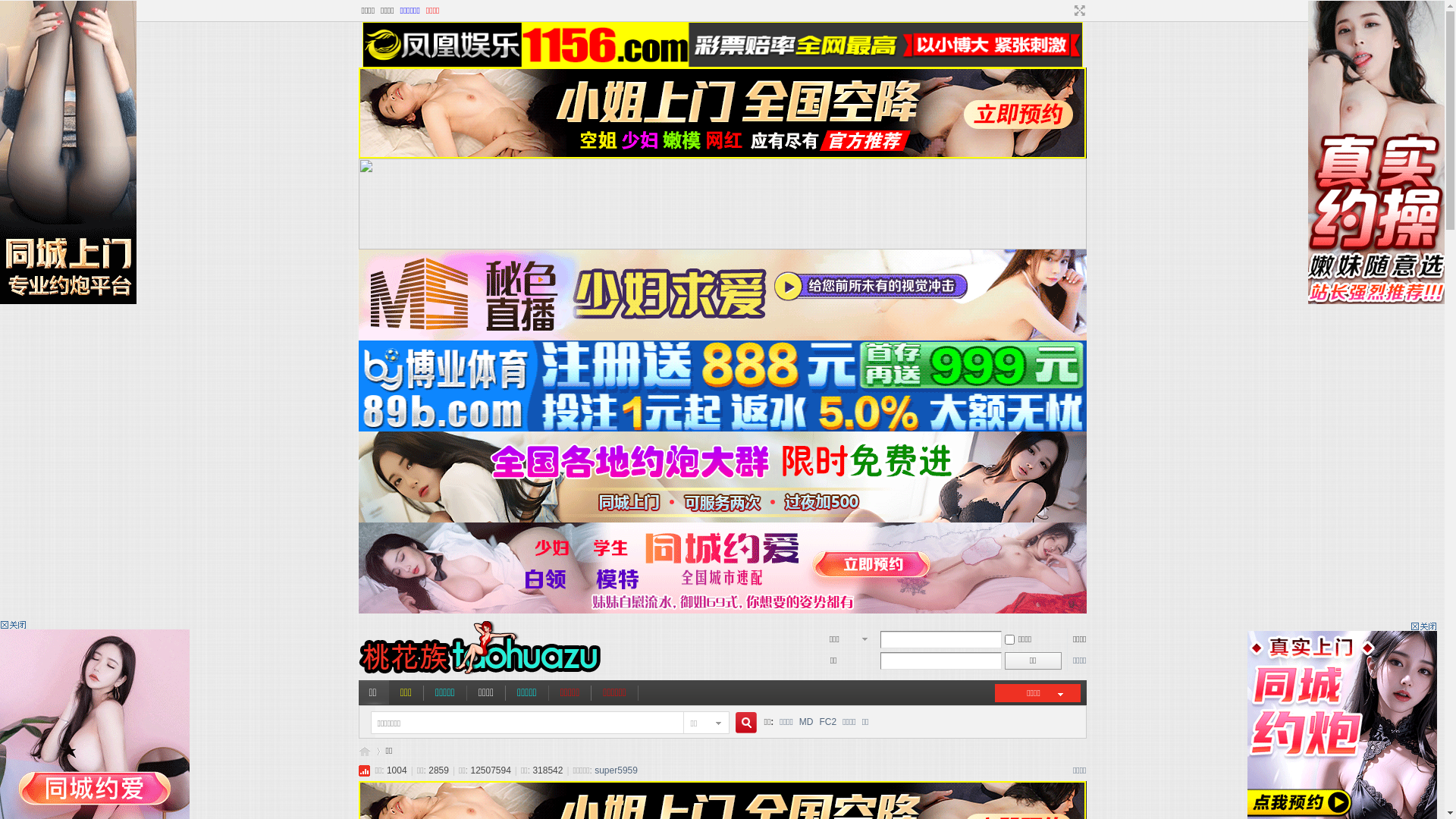 The width and height of the screenshot is (1456, 819). Describe the element at coordinates (799, 721) in the screenshot. I see `'MD'` at that location.